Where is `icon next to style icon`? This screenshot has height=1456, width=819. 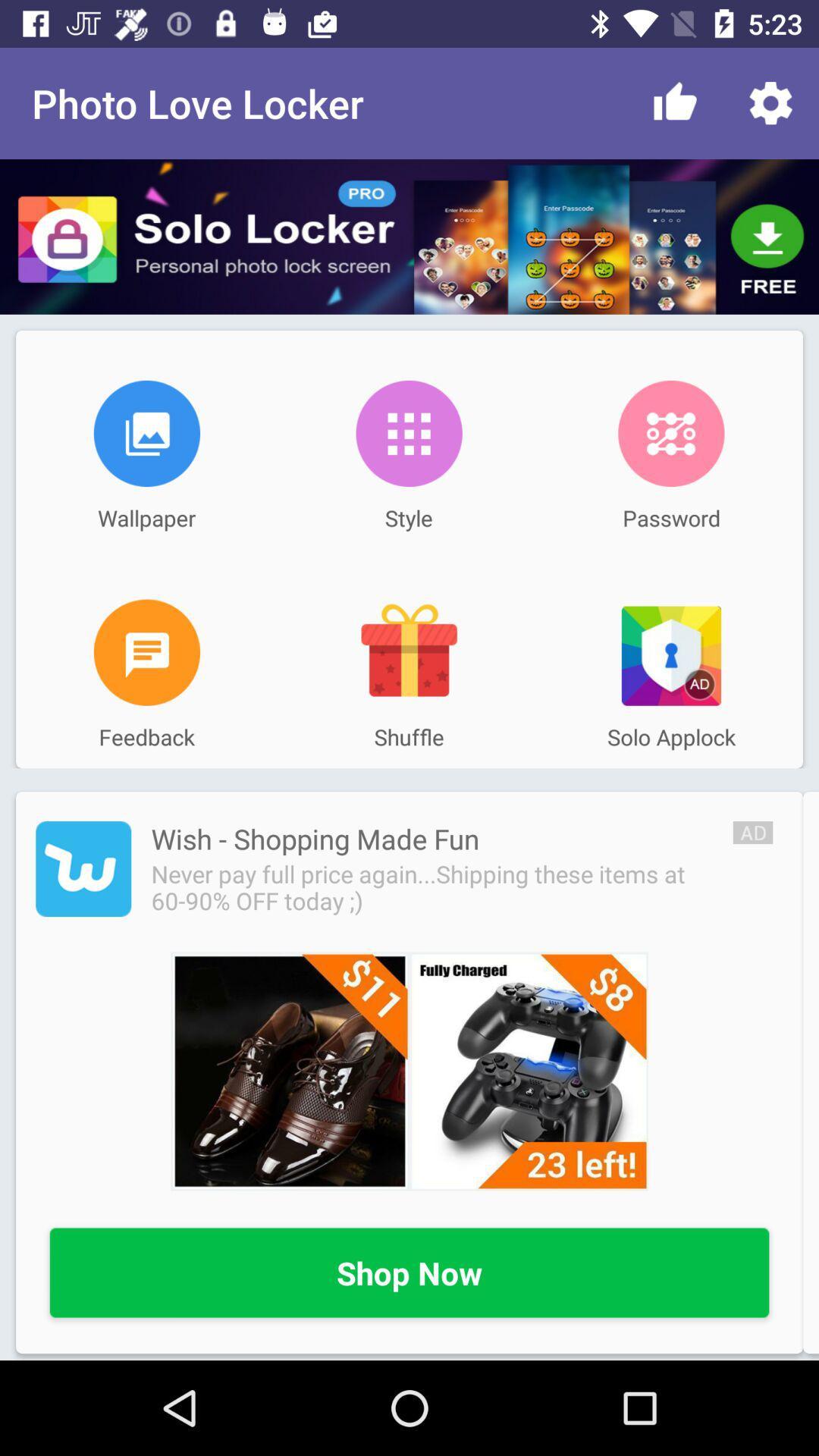
icon next to style icon is located at coordinates (670, 432).